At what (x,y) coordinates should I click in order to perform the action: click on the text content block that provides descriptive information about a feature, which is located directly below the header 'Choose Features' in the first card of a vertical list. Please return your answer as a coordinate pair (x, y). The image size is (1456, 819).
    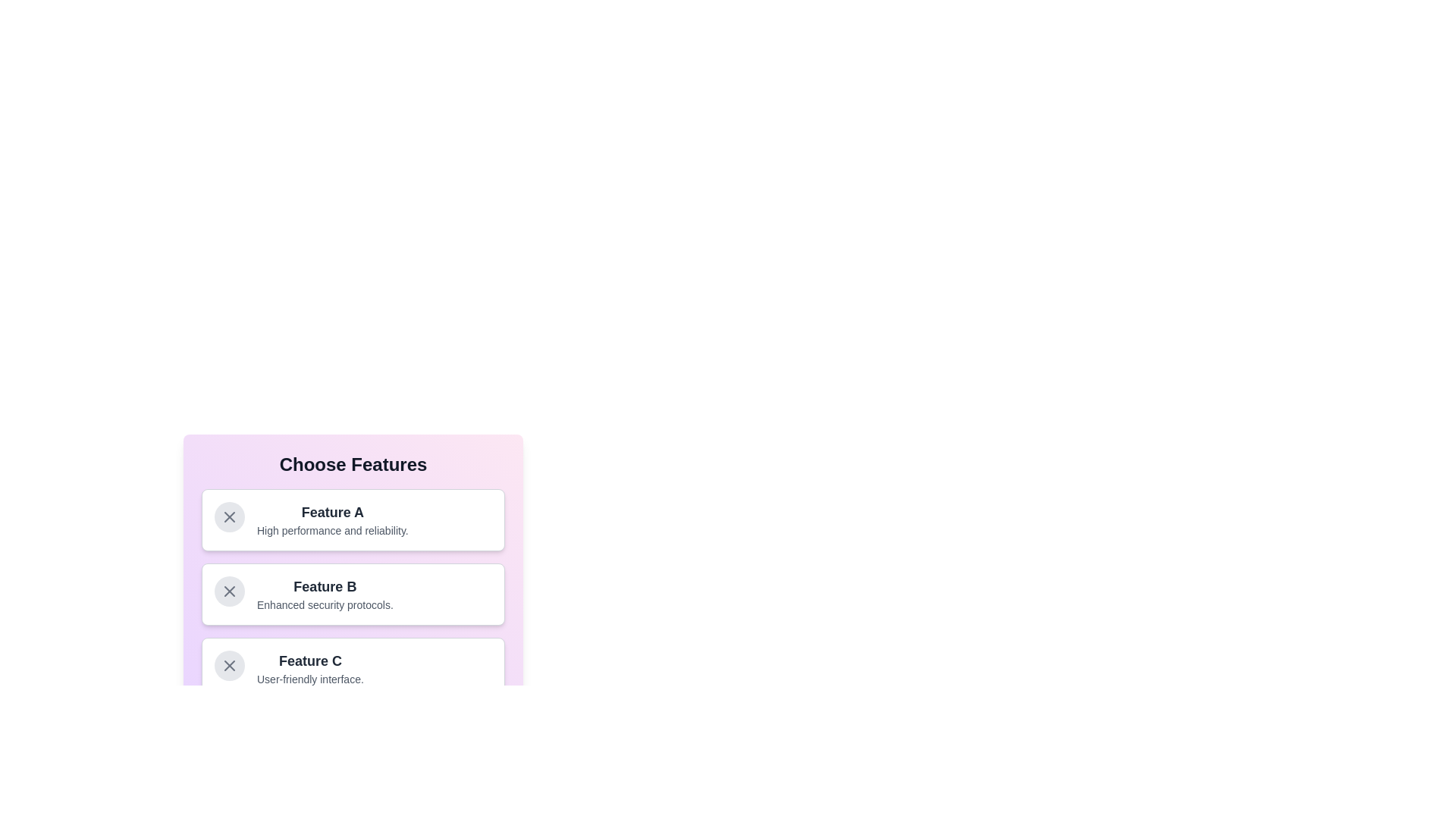
    Looking at the image, I should click on (331, 519).